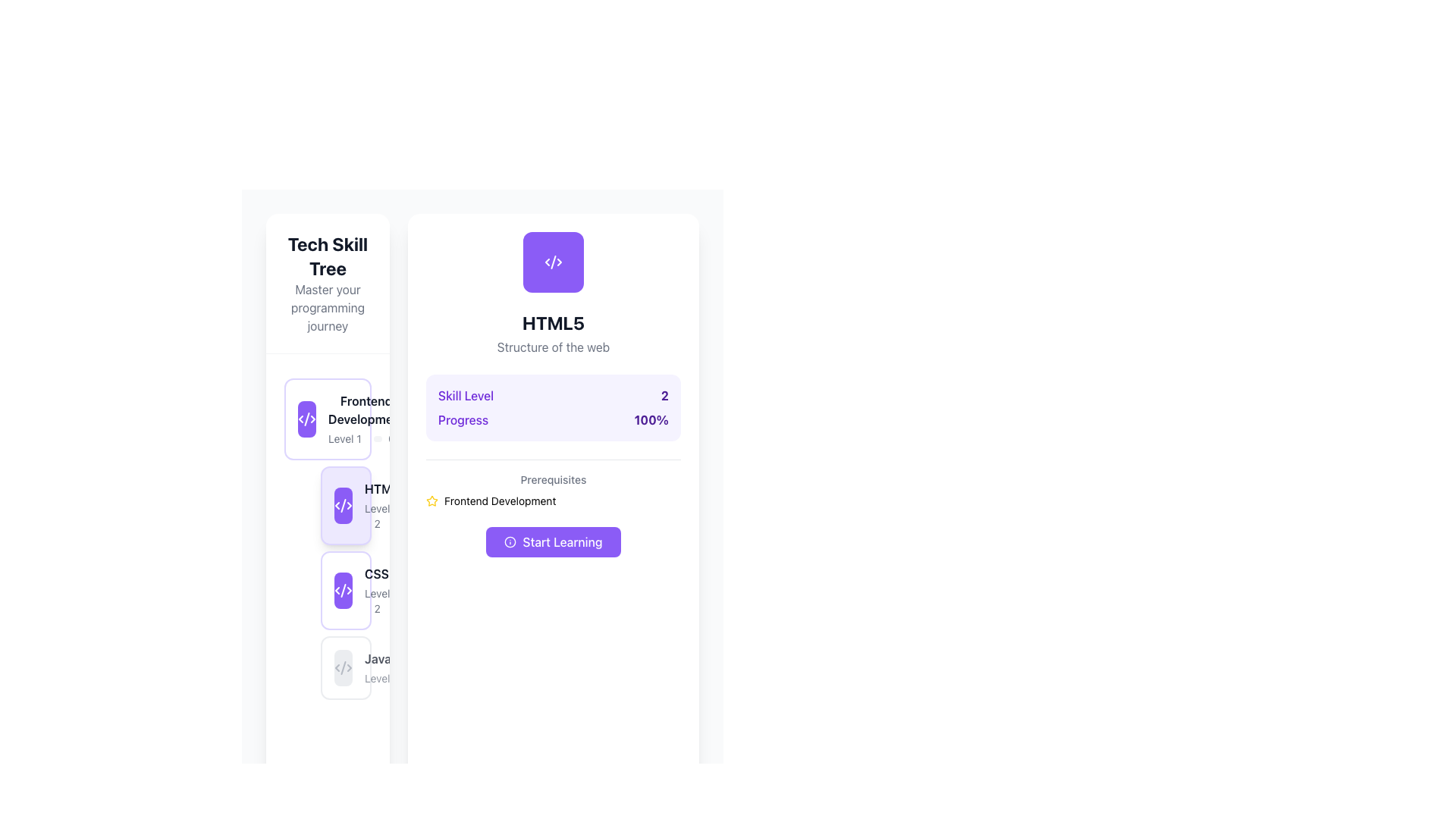 This screenshot has width=1456, height=819. What do you see at coordinates (327, 538) in the screenshot?
I see `the second skill card in the 'Tech Skill Tree' sidebar that represents the progress feature for 'HTML5', which has a light purple background and displays 'HTML5' in bold, 'Level 2', and '100%'` at bounding box center [327, 538].